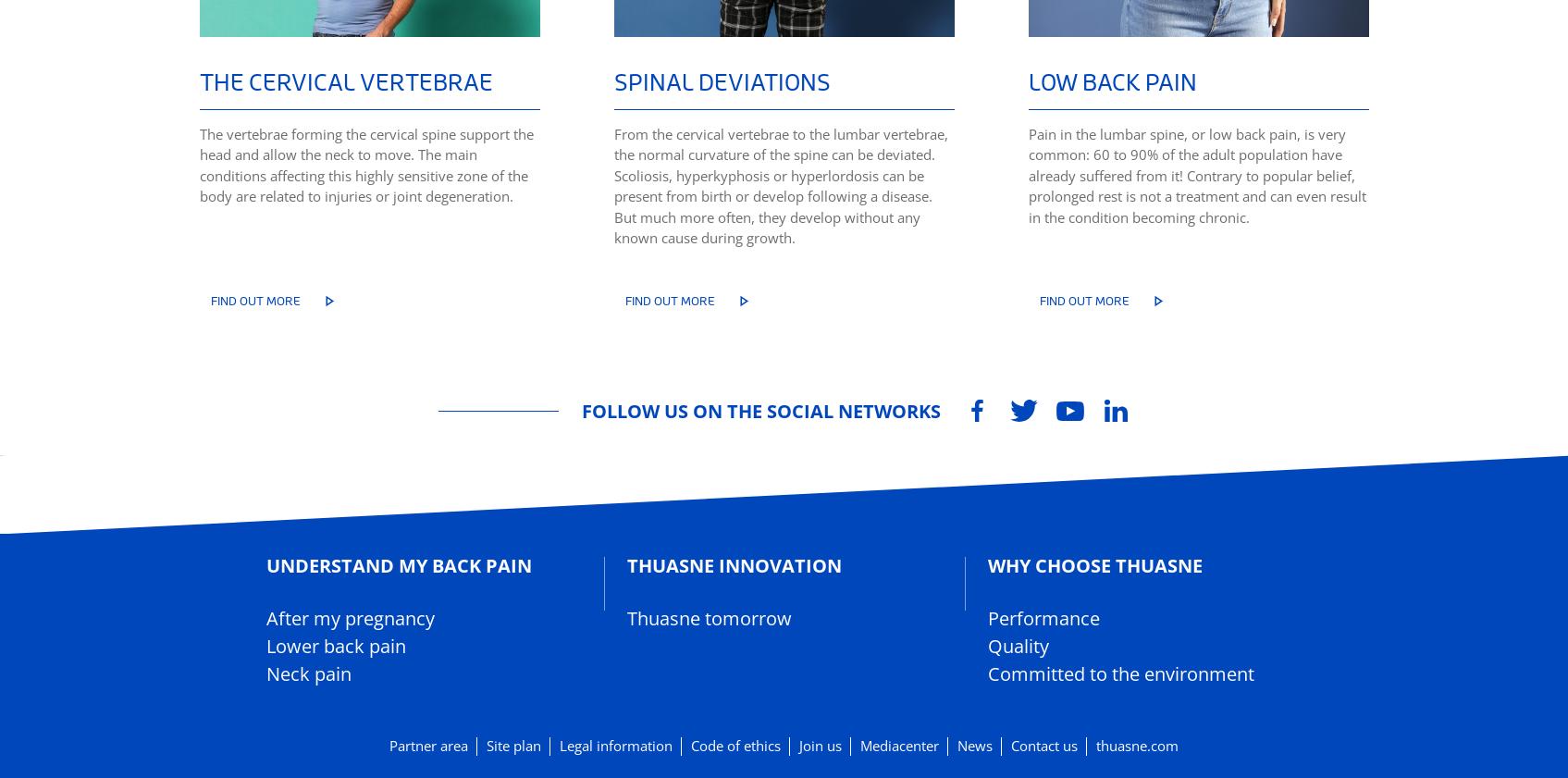 This screenshot has width=1568, height=778. I want to click on 'Contact us', so click(1043, 746).